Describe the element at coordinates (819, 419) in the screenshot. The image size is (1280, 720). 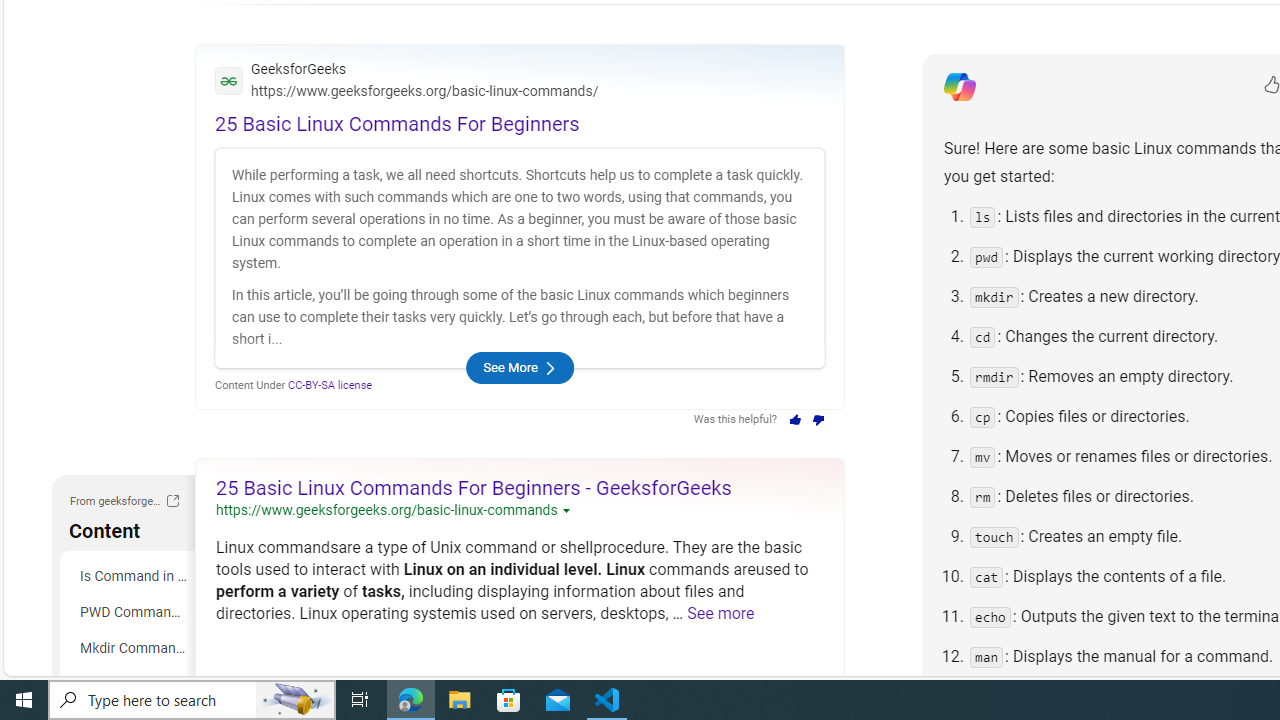
I see `'Thumbs down'` at that location.